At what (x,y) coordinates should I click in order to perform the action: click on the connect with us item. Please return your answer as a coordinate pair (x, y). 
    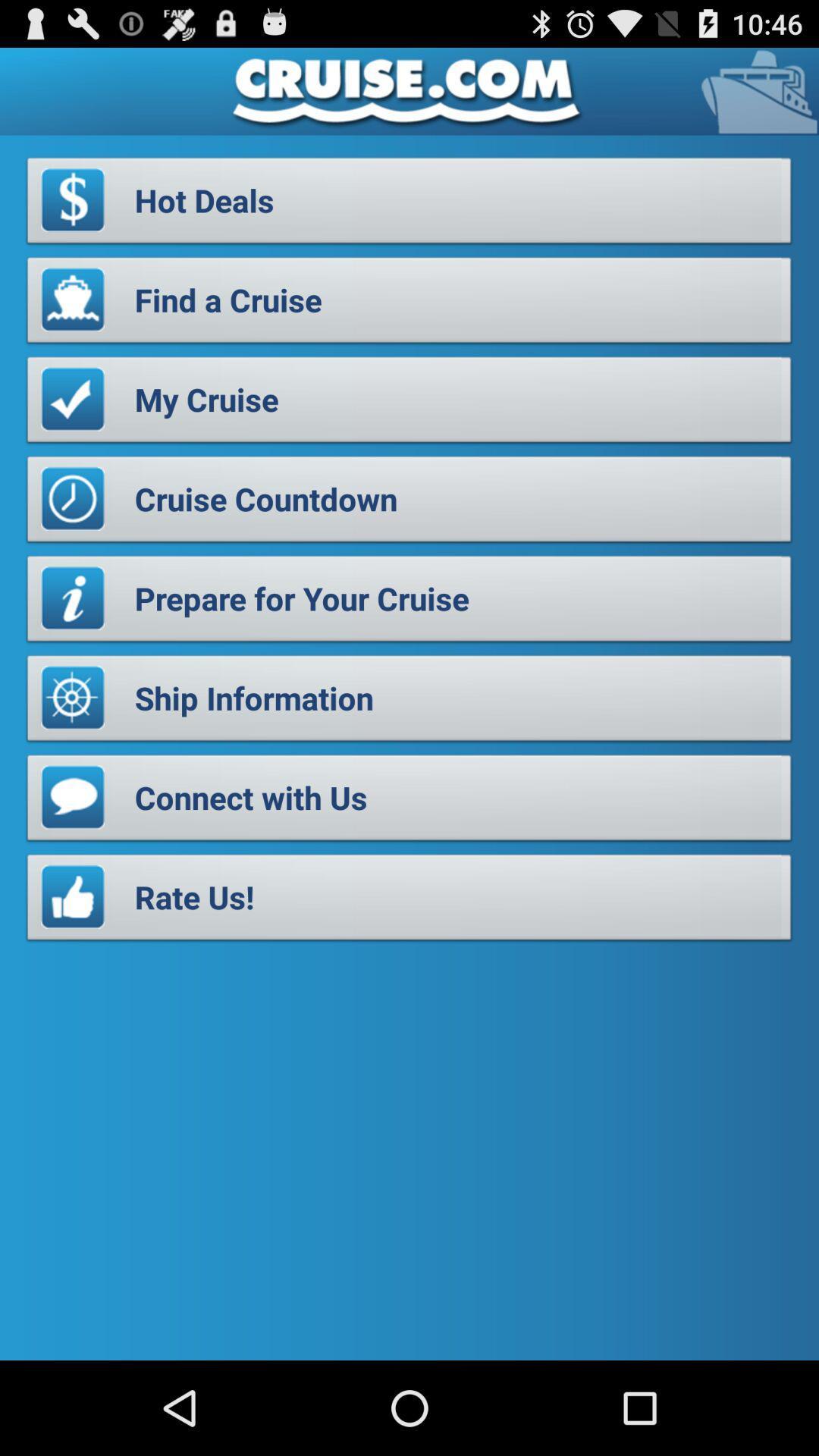
    Looking at the image, I should click on (409, 801).